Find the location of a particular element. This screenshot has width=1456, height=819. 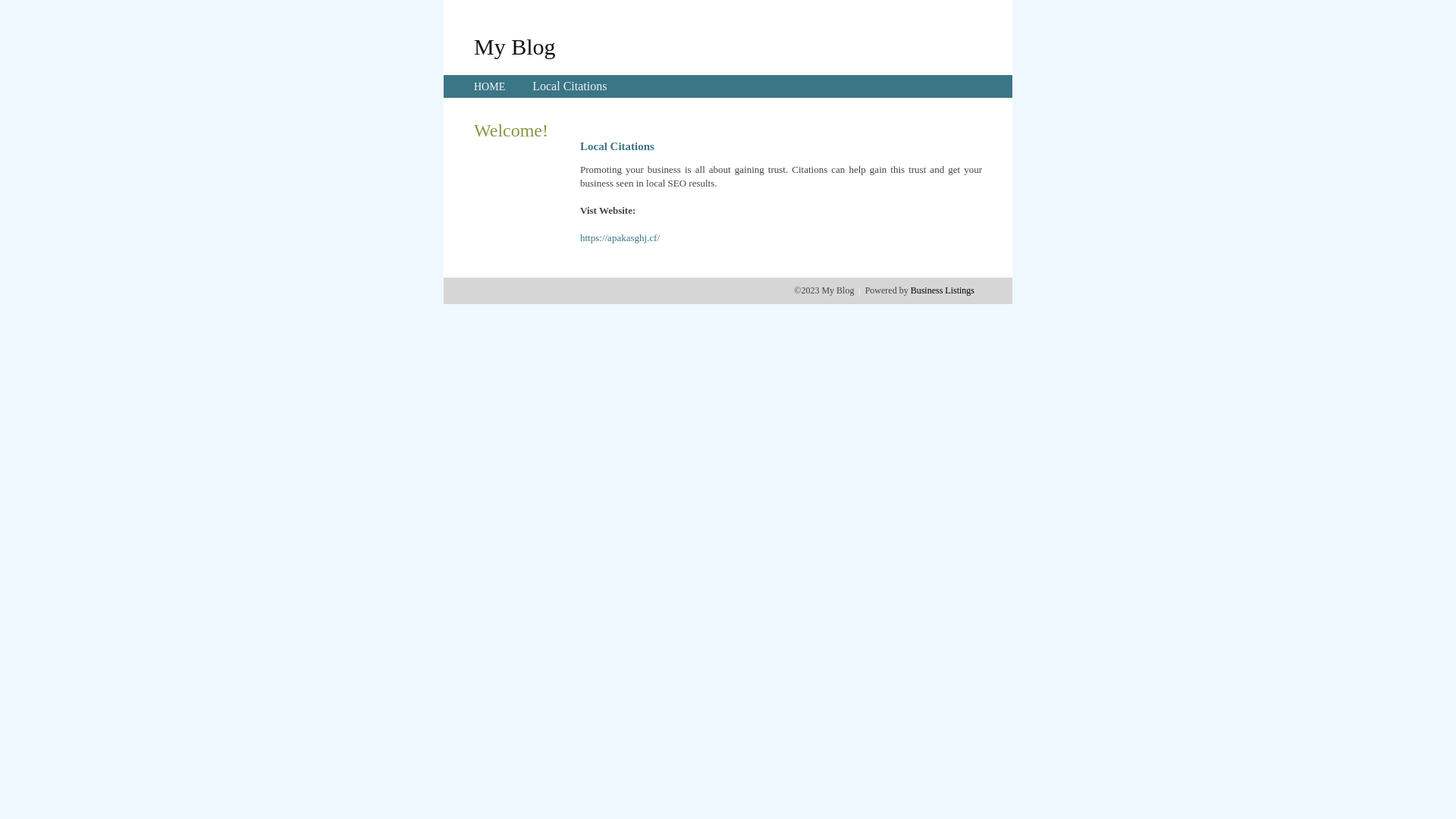

'HOME' is located at coordinates (489, 86).